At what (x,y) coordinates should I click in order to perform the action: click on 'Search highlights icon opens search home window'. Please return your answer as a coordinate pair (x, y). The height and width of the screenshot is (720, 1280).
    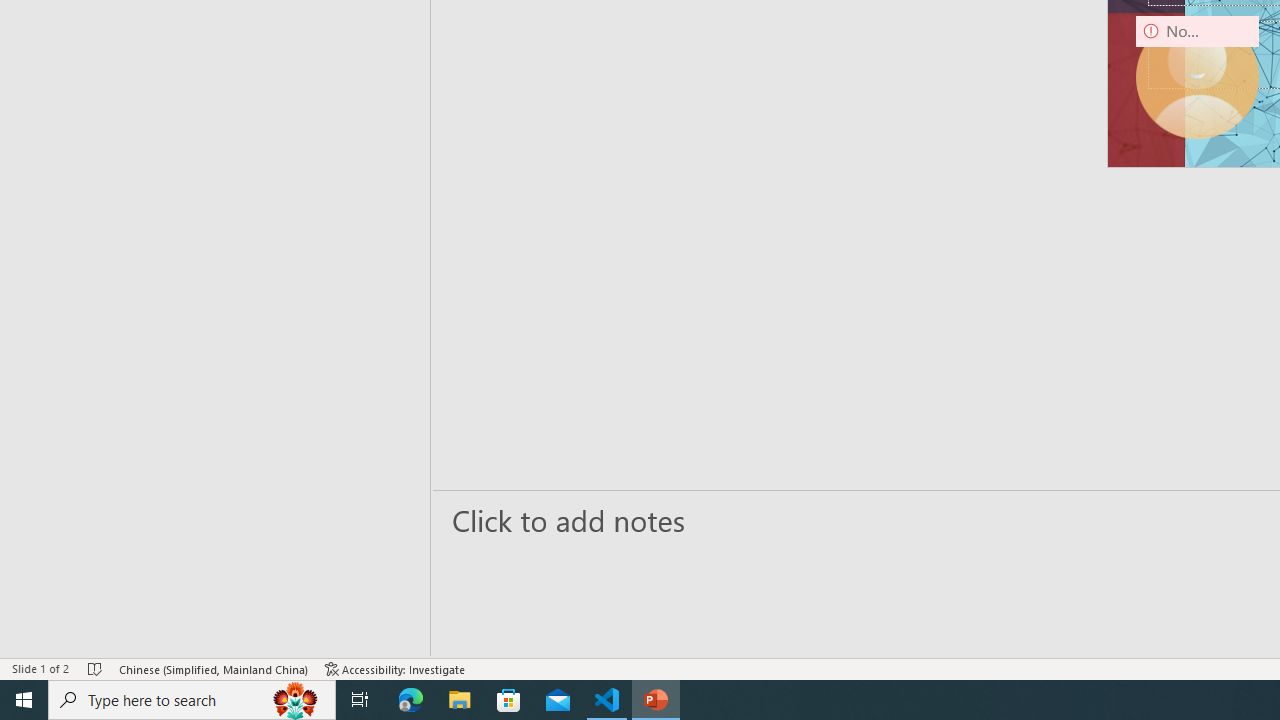
    Looking at the image, I should click on (294, 698).